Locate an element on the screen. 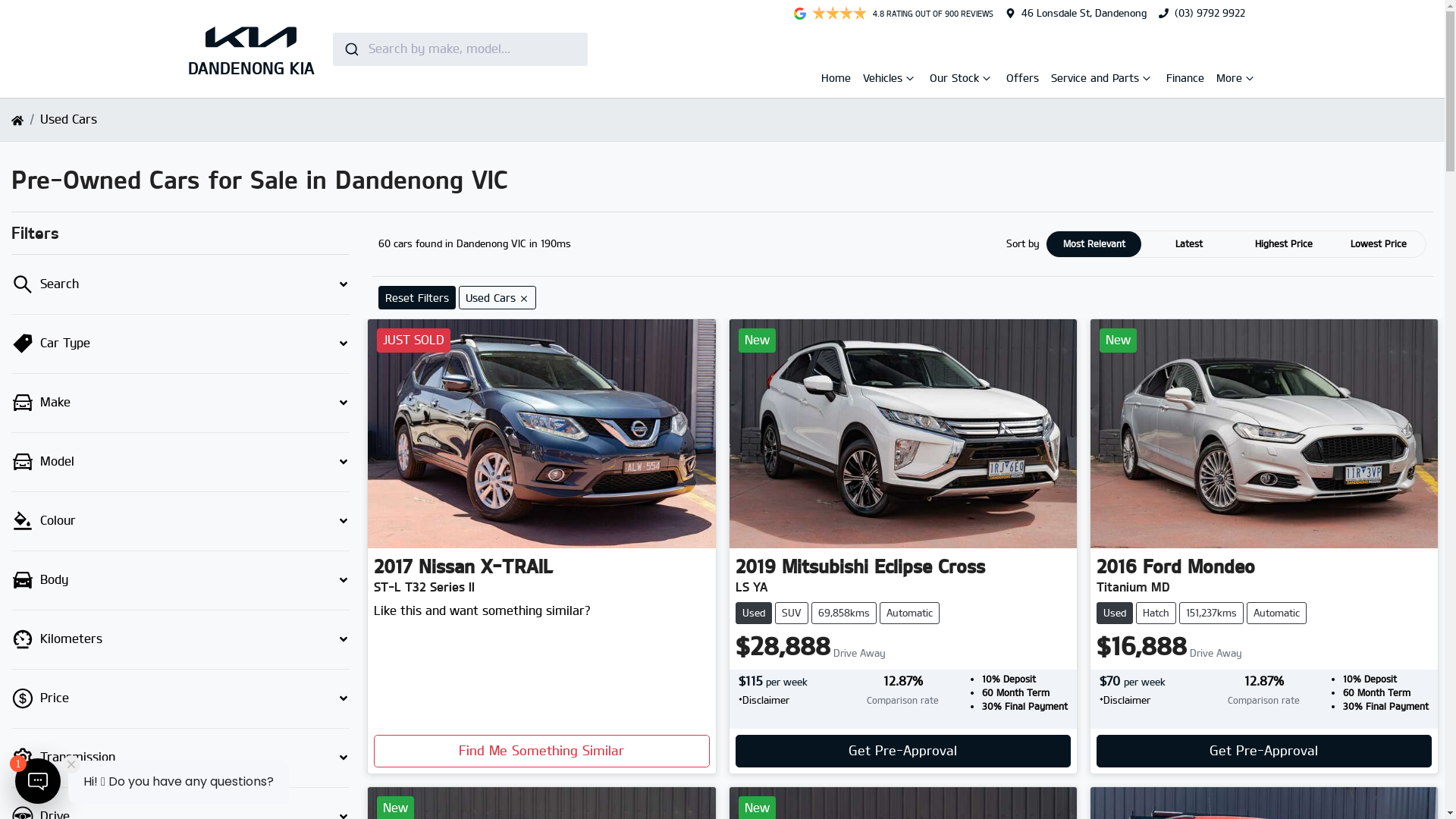 The image size is (1456, 819). 'Home' is located at coordinates (834, 77).